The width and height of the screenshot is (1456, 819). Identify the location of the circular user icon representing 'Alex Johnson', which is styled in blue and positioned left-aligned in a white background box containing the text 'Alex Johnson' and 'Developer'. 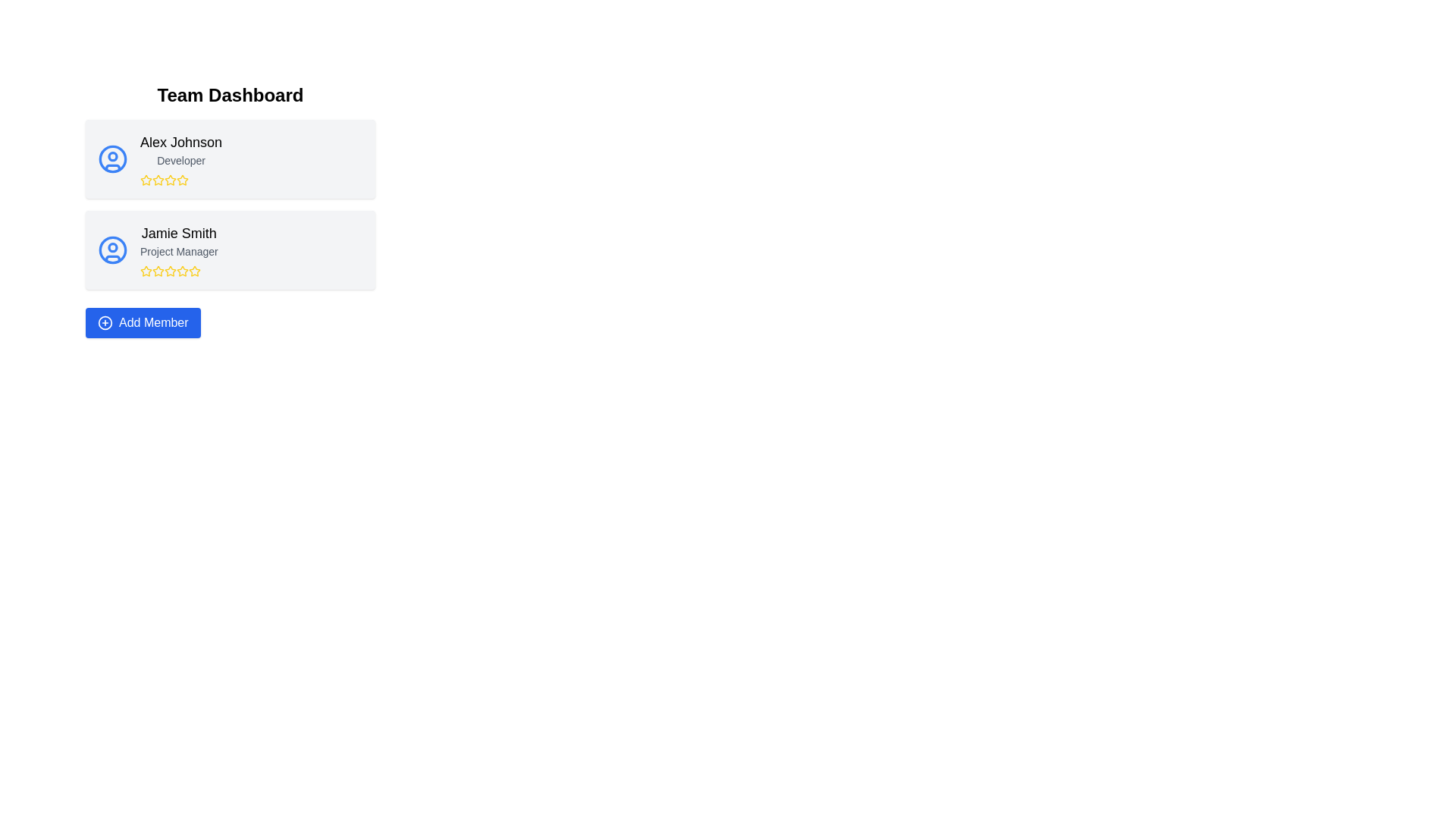
(111, 158).